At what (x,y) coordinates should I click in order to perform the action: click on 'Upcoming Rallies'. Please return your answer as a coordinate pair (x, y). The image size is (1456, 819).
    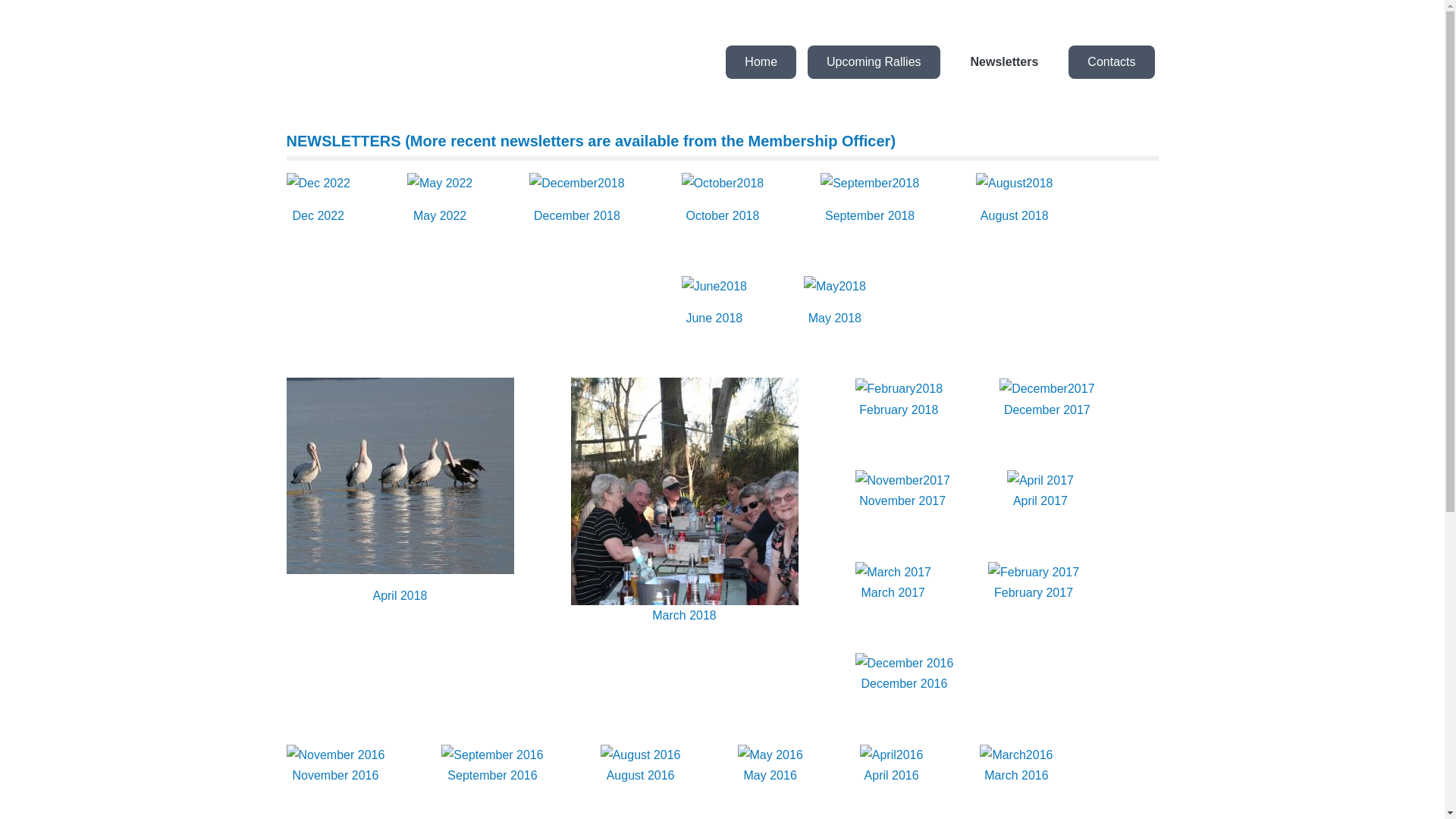
    Looking at the image, I should click on (874, 61).